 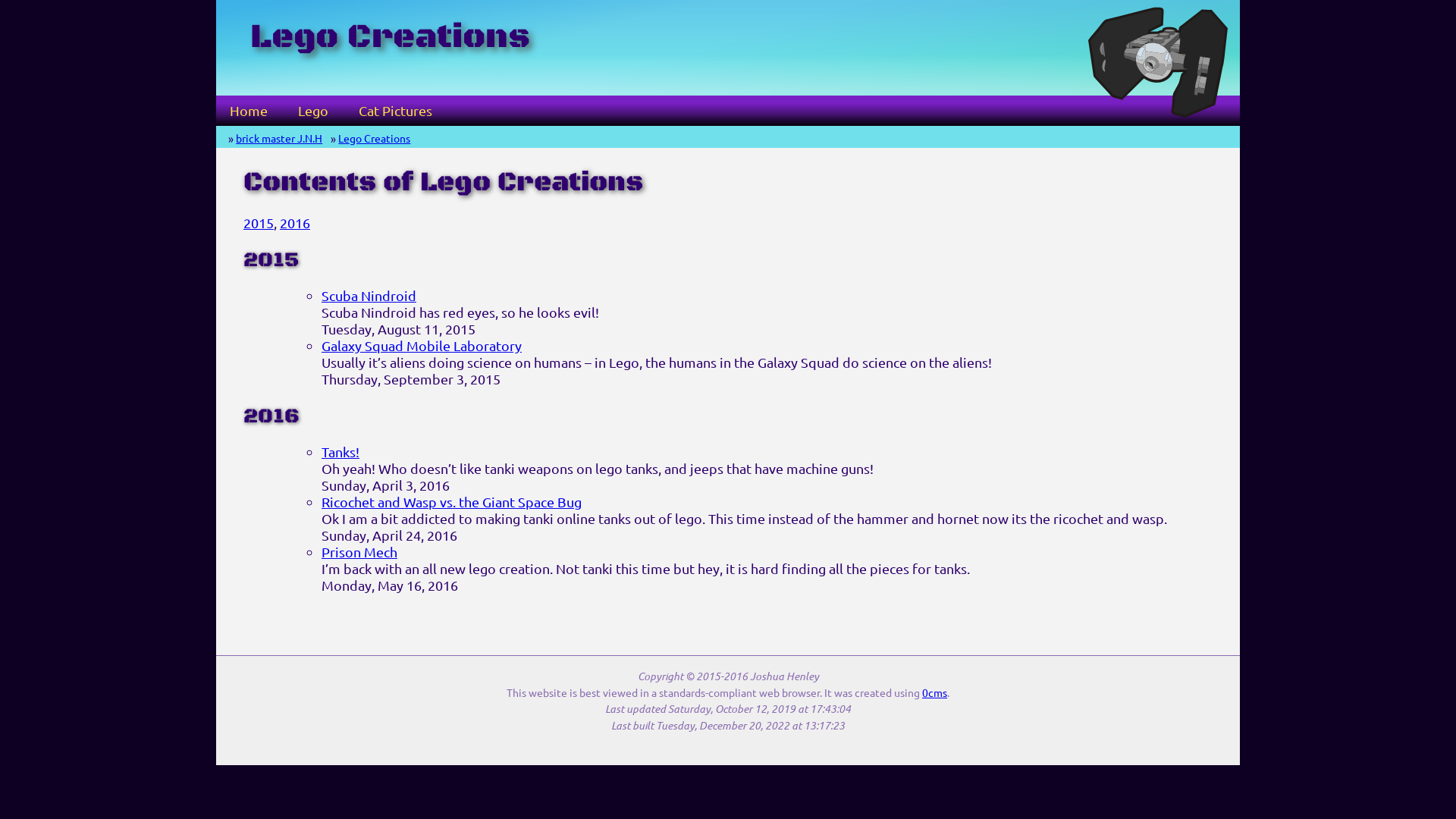 What do you see at coordinates (248, 109) in the screenshot?
I see `'Home'` at bounding box center [248, 109].